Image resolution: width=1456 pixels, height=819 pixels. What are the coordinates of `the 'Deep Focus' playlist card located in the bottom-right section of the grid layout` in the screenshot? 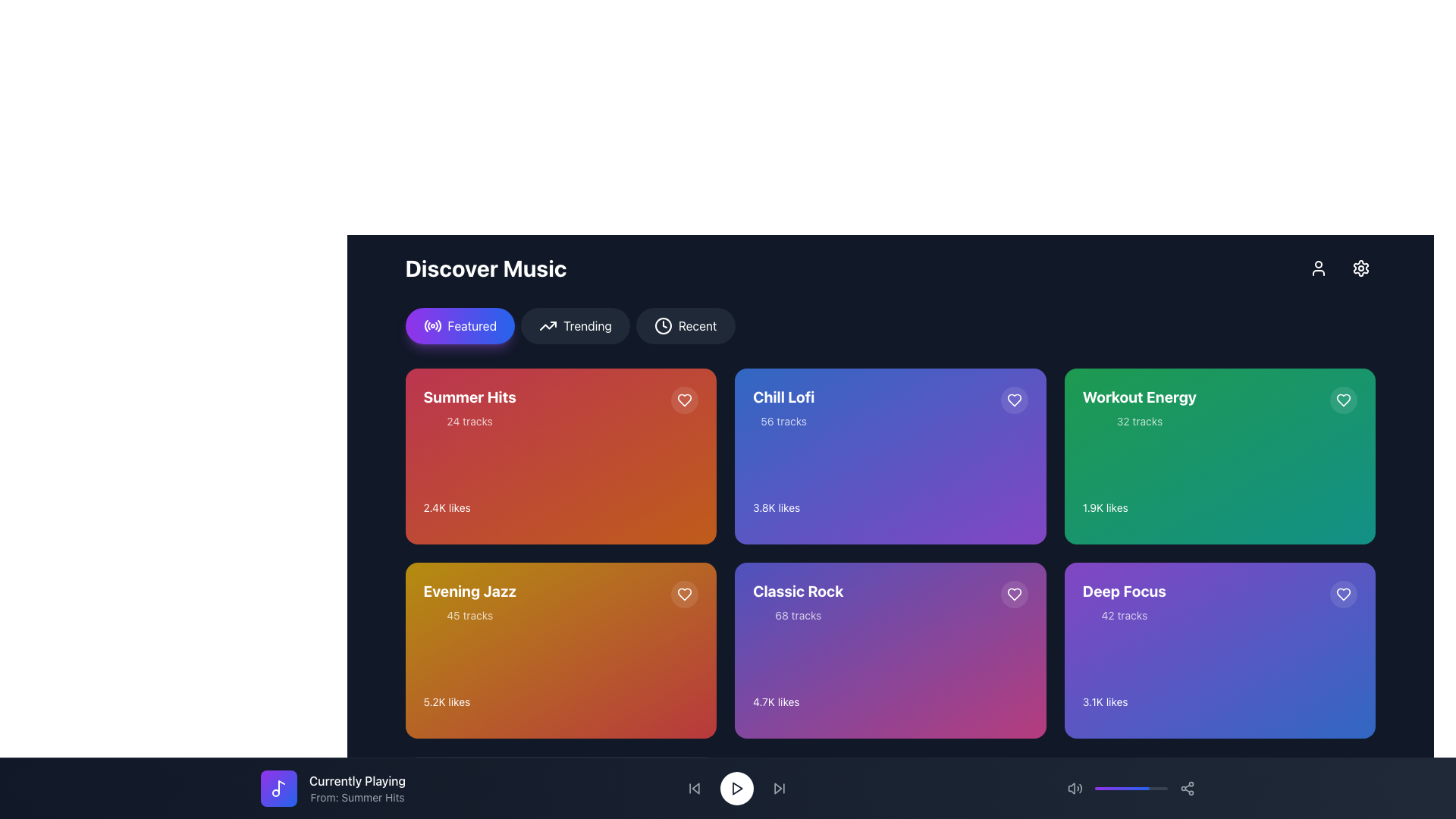 It's located at (1220, 649).